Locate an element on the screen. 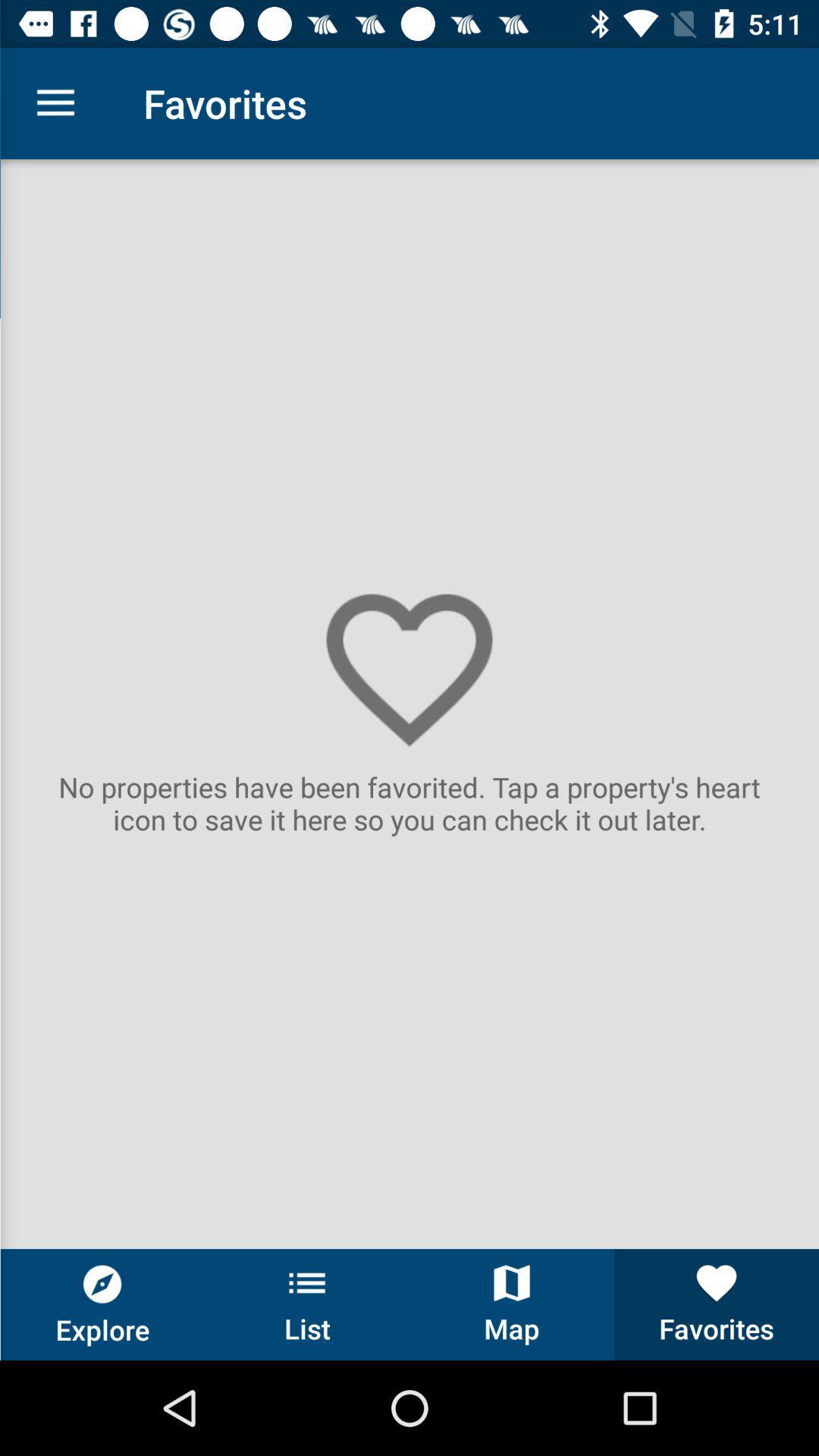  the icon to the left of the list item is located at coordinates (102, 1304).